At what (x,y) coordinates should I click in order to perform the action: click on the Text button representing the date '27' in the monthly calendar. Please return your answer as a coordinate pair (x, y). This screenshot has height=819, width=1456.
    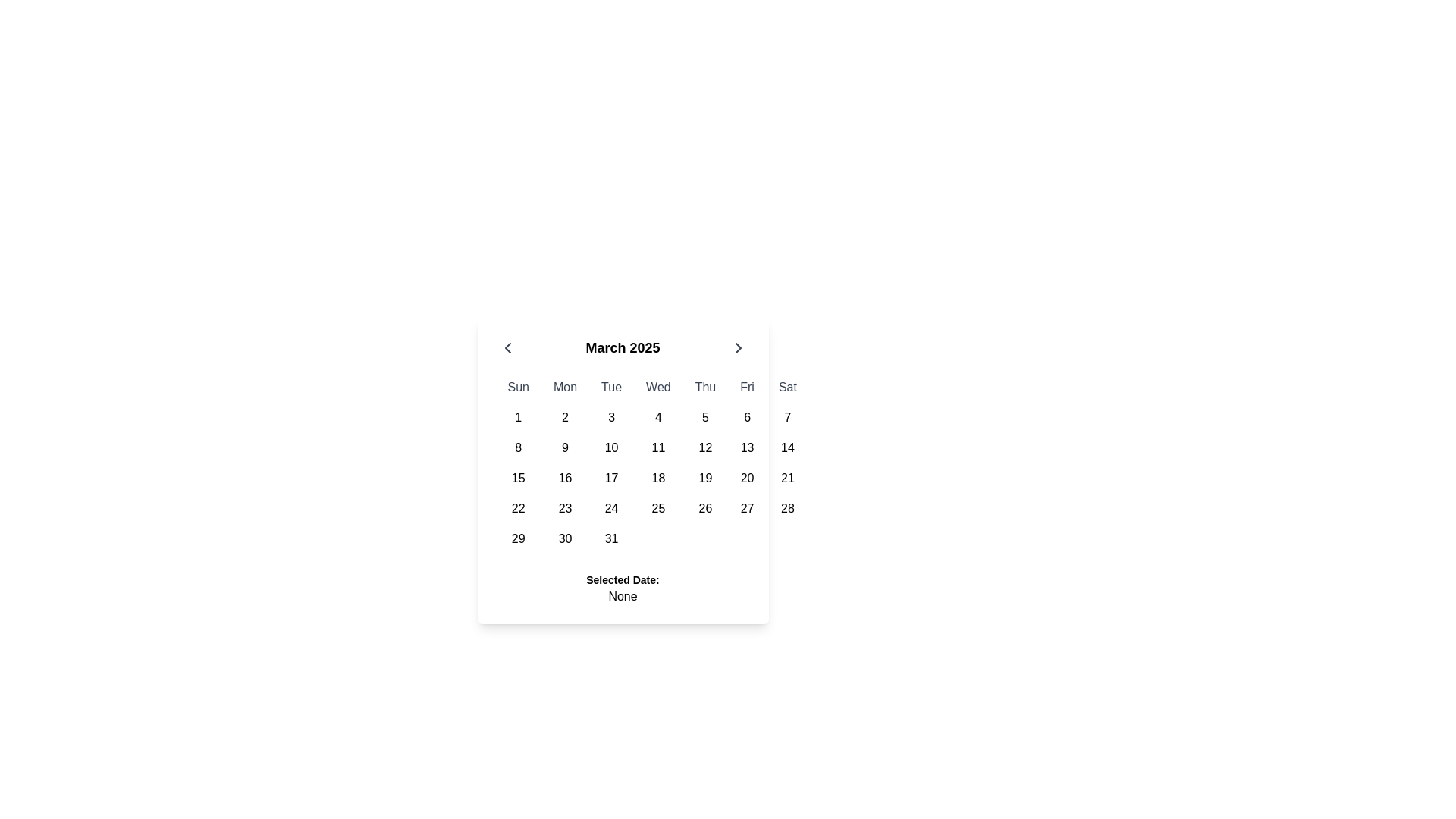
    Looking at the image, I should click on (747, 509).